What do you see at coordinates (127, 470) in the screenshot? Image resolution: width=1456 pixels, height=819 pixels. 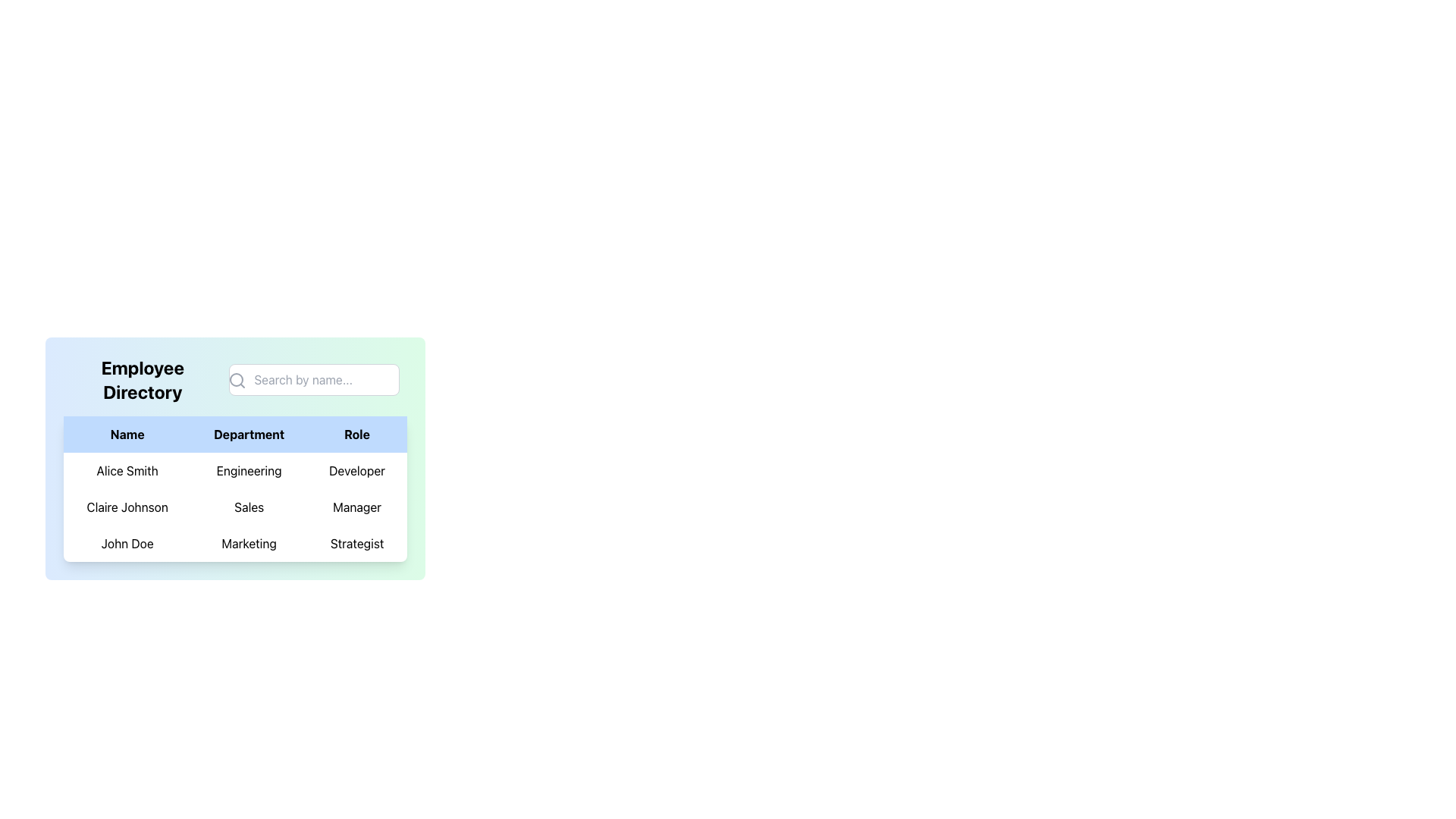 I see `the text label displaying 'Alice Smith' in the 'Name' column for accessibility purposes` at bounding box center [127, 470].